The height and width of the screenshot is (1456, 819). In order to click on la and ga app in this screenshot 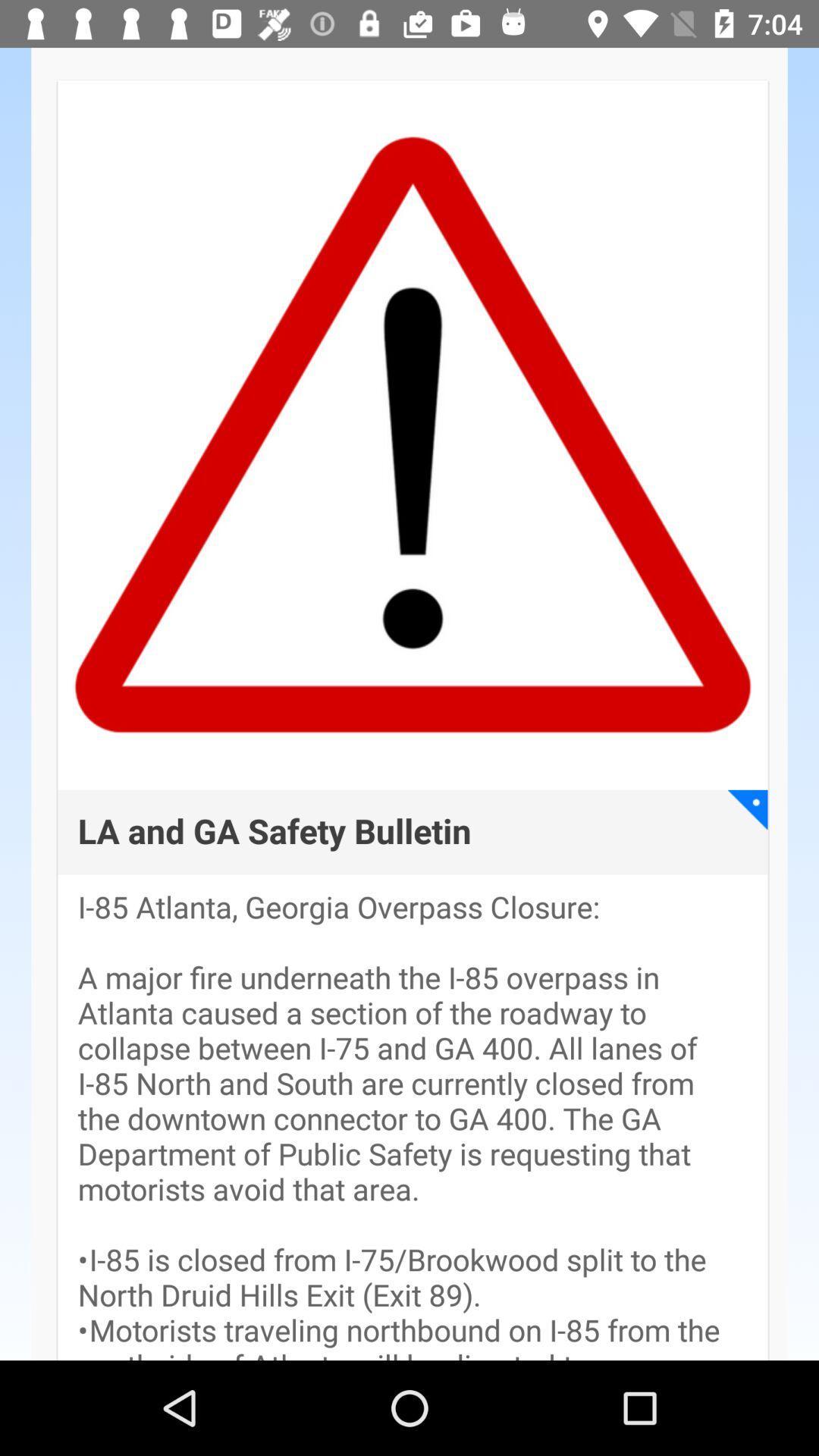, I will do `click(275, 831)`.